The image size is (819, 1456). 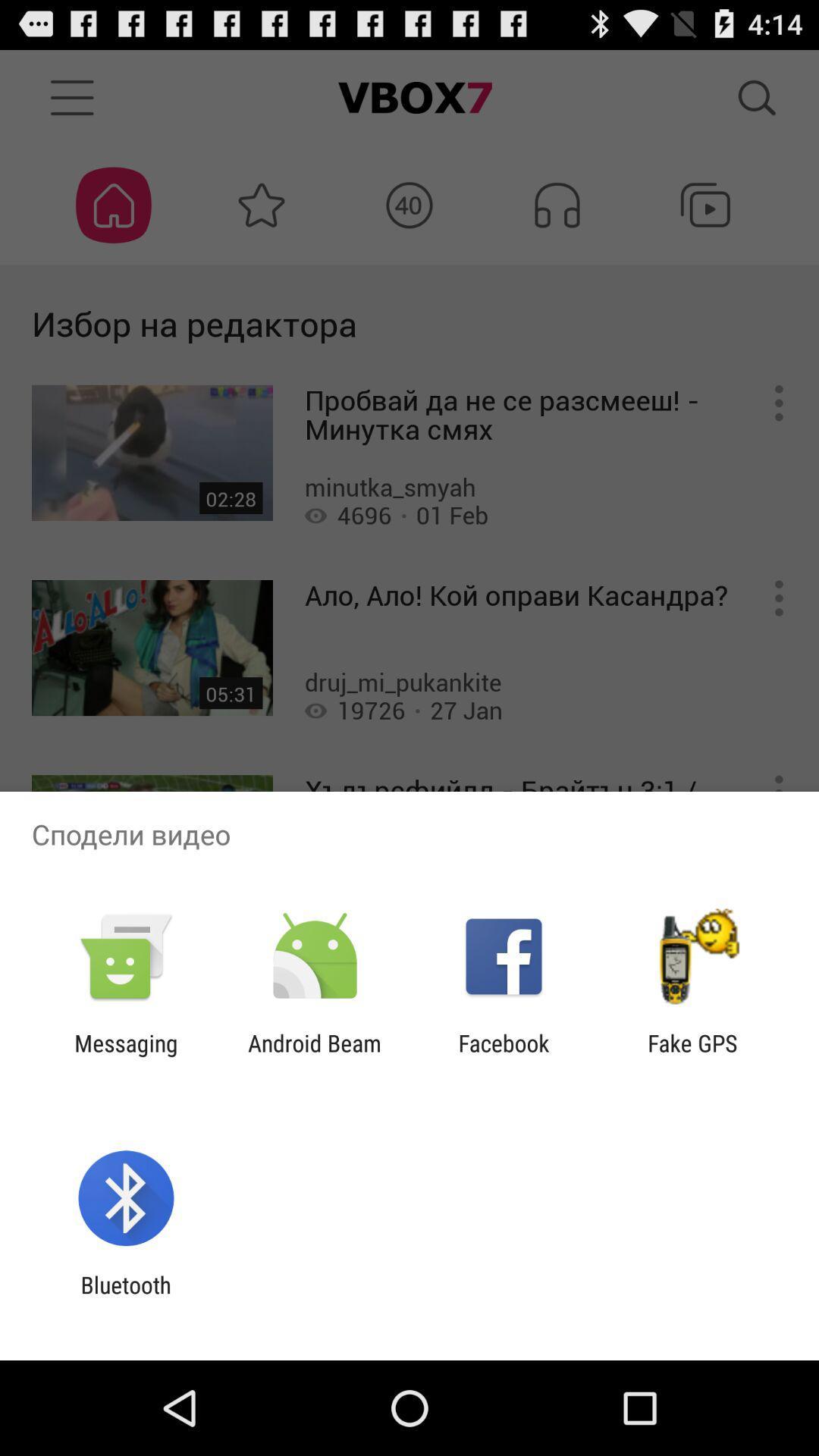 What do you see at coordinates (125, 1056) in the screenshot?
I see `icon next to android beam item` at bounding box center [125, 1056].